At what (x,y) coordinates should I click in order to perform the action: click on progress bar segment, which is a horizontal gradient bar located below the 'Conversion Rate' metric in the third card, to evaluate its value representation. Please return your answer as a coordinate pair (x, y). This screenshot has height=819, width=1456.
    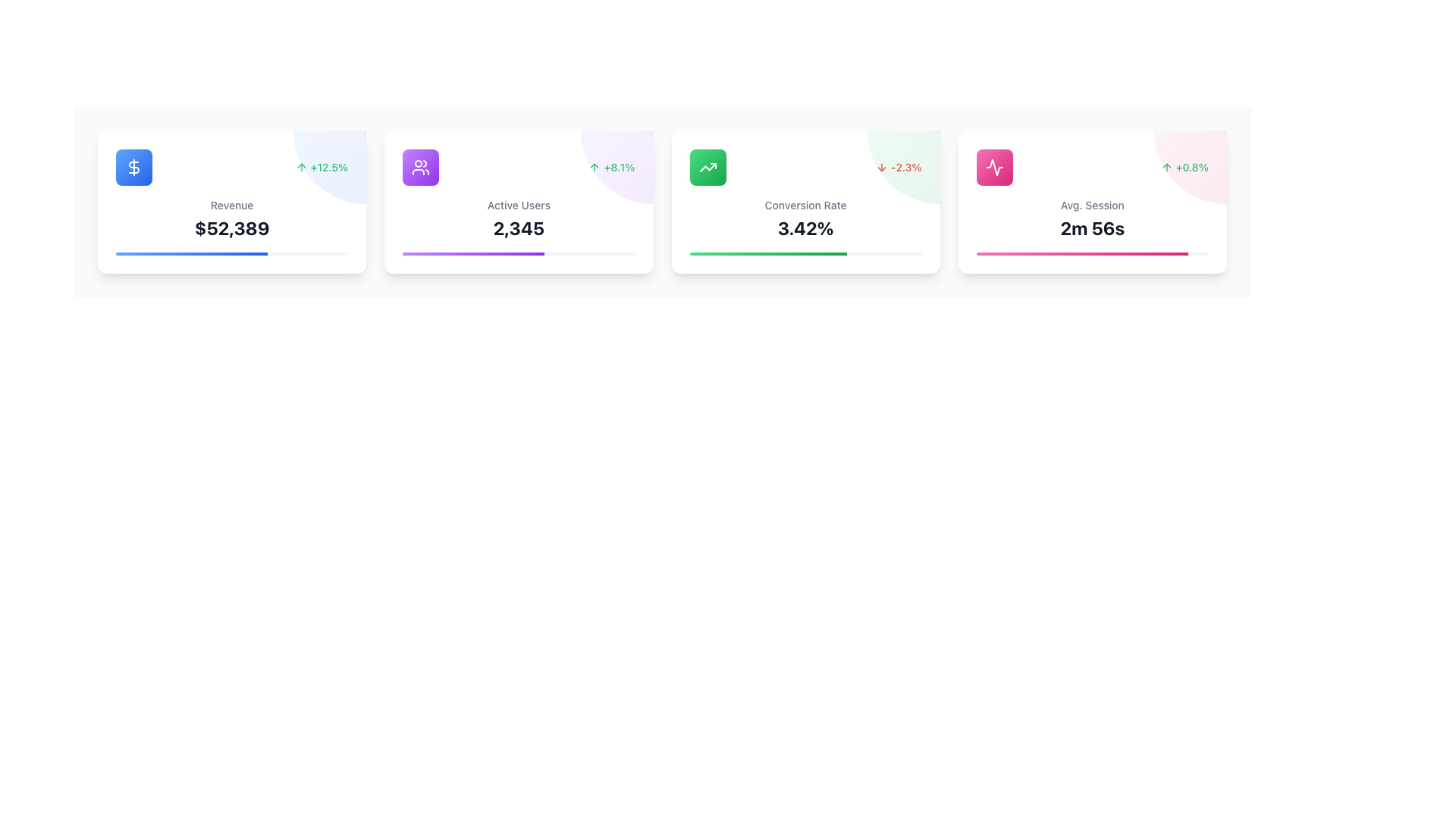
    Looking at the image, I should click on (767, 253).